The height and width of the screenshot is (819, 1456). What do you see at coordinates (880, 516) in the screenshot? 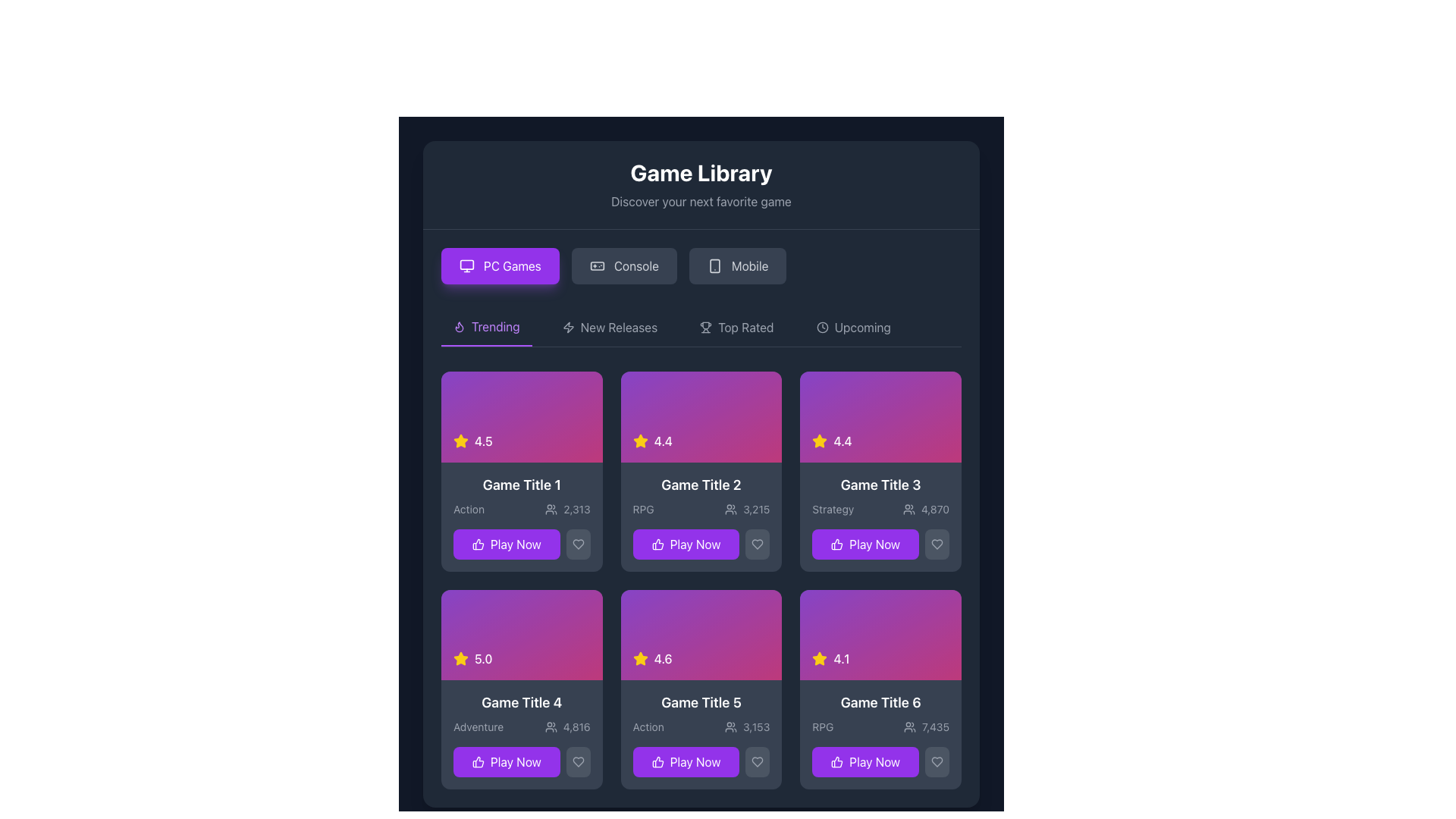
I see `the game entry card located in the top-right corner of the grid, specifically the third card in the top row` at bounding box center [880, 516].